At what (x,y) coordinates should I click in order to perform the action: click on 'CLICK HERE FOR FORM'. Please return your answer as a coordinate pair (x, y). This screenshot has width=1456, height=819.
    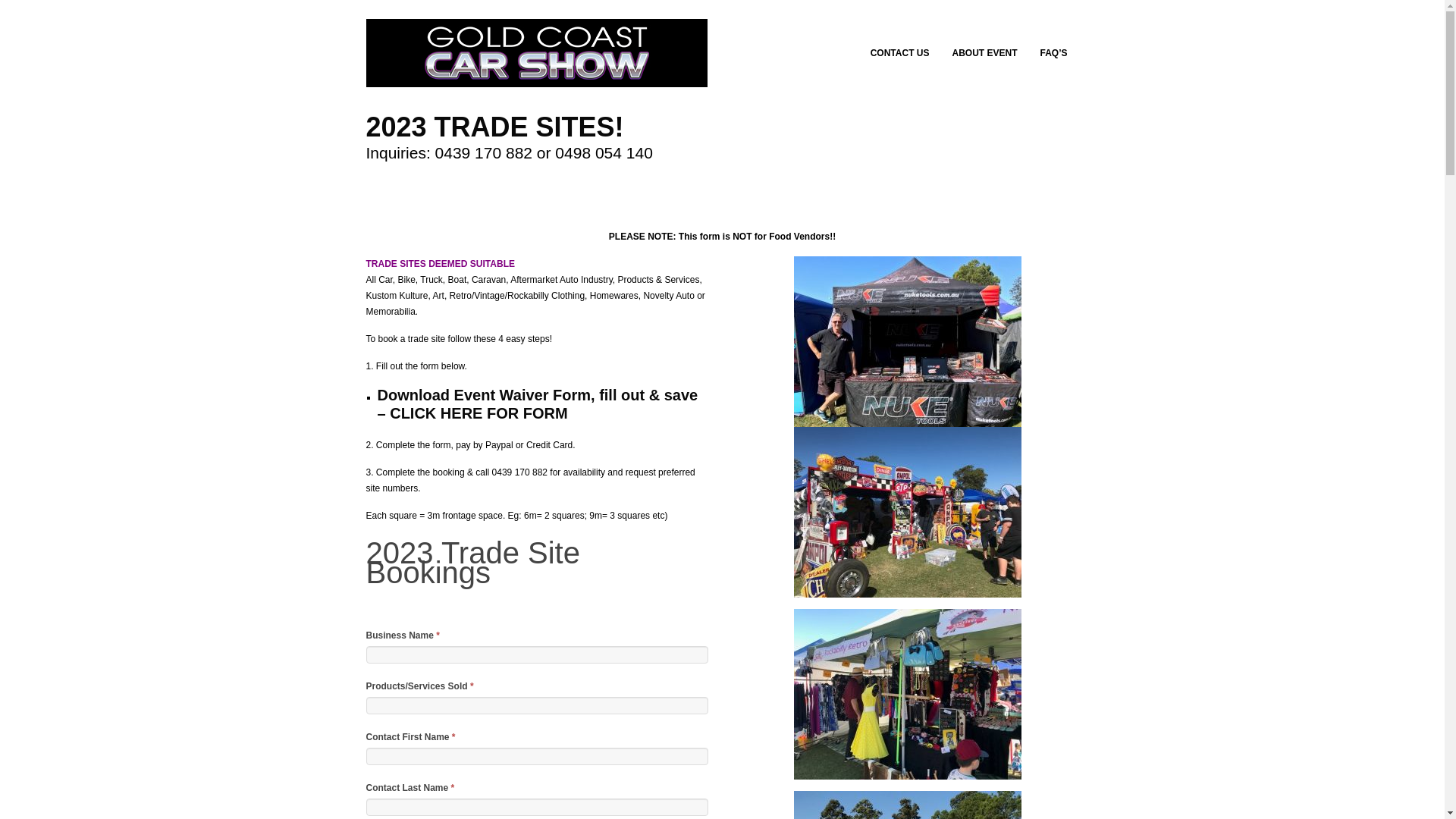
    Looking at the image, I should click on (477, 413).